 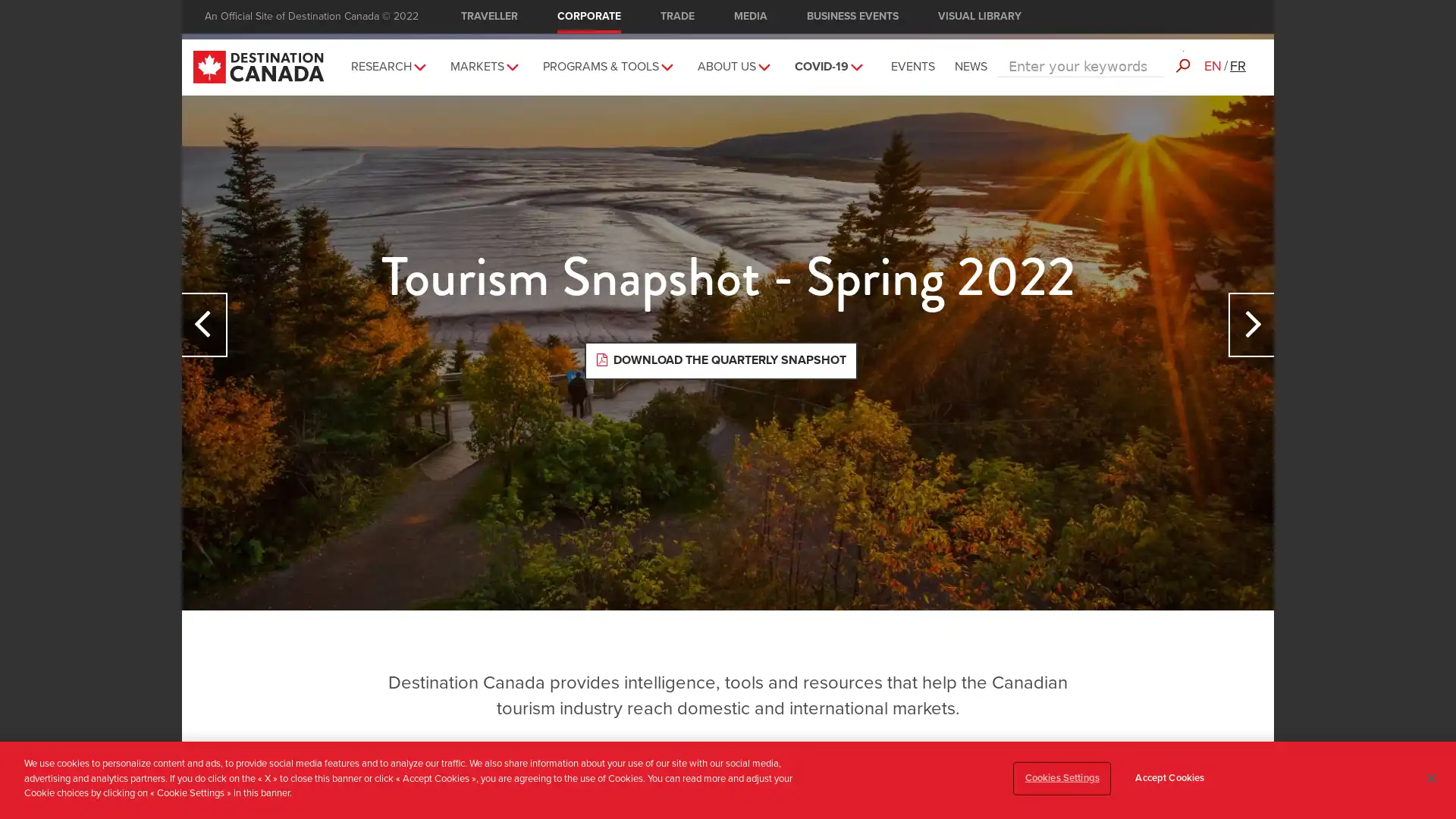 What do you see at coordinates (416, 61) in the screenshot?
I see `Expand` at bounding box center [416, 61].